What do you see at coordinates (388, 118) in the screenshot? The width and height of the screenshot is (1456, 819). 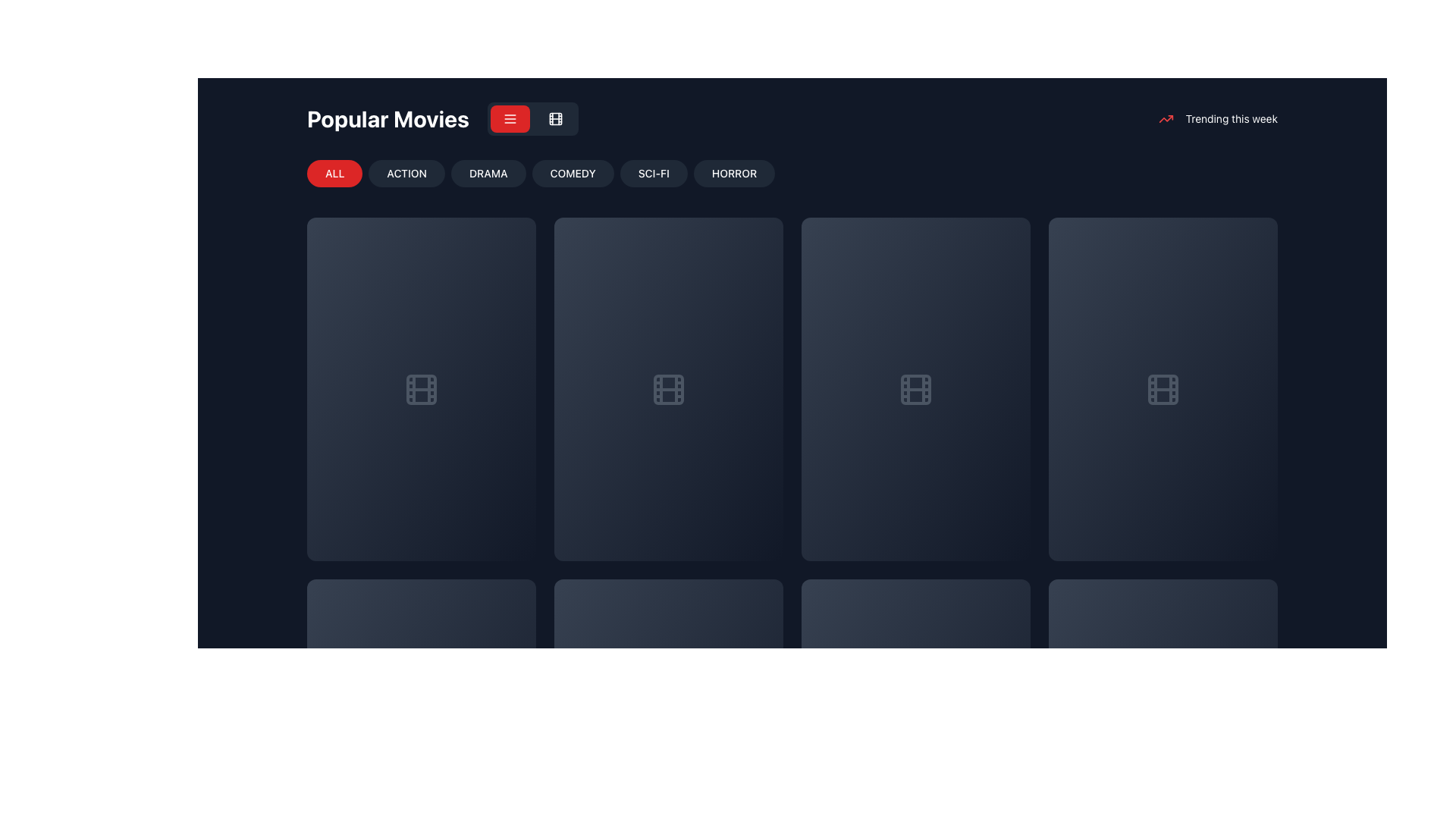 I see `text heading 'Popular Movies' which is prominently displayed at the top-left of the dark interface` at bounding box center [388, 118].